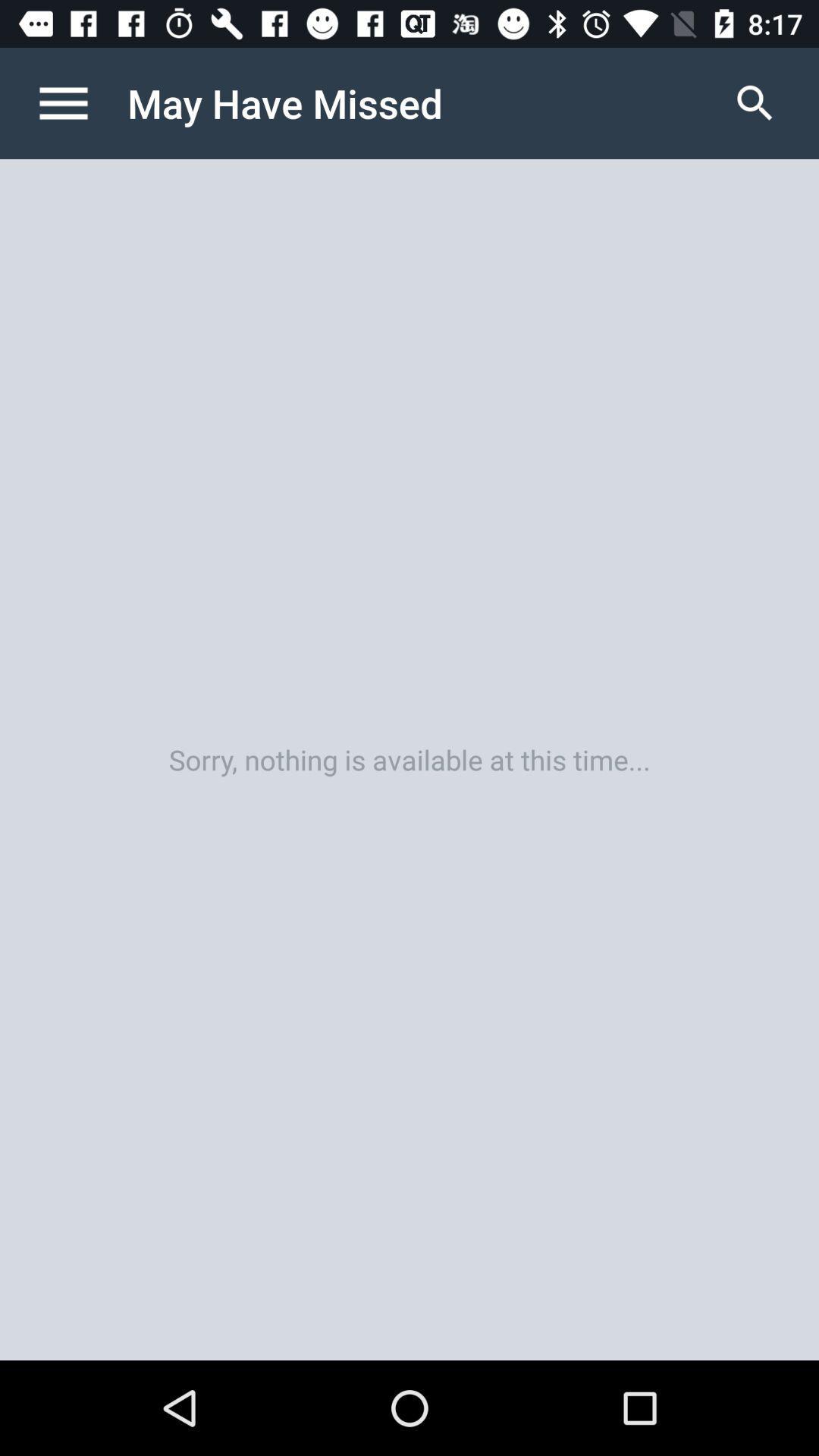 Image resolution: width=819 pixels, height=1456 pixels. I want to click on the item next to the may have missed icon, so click(755, 102).